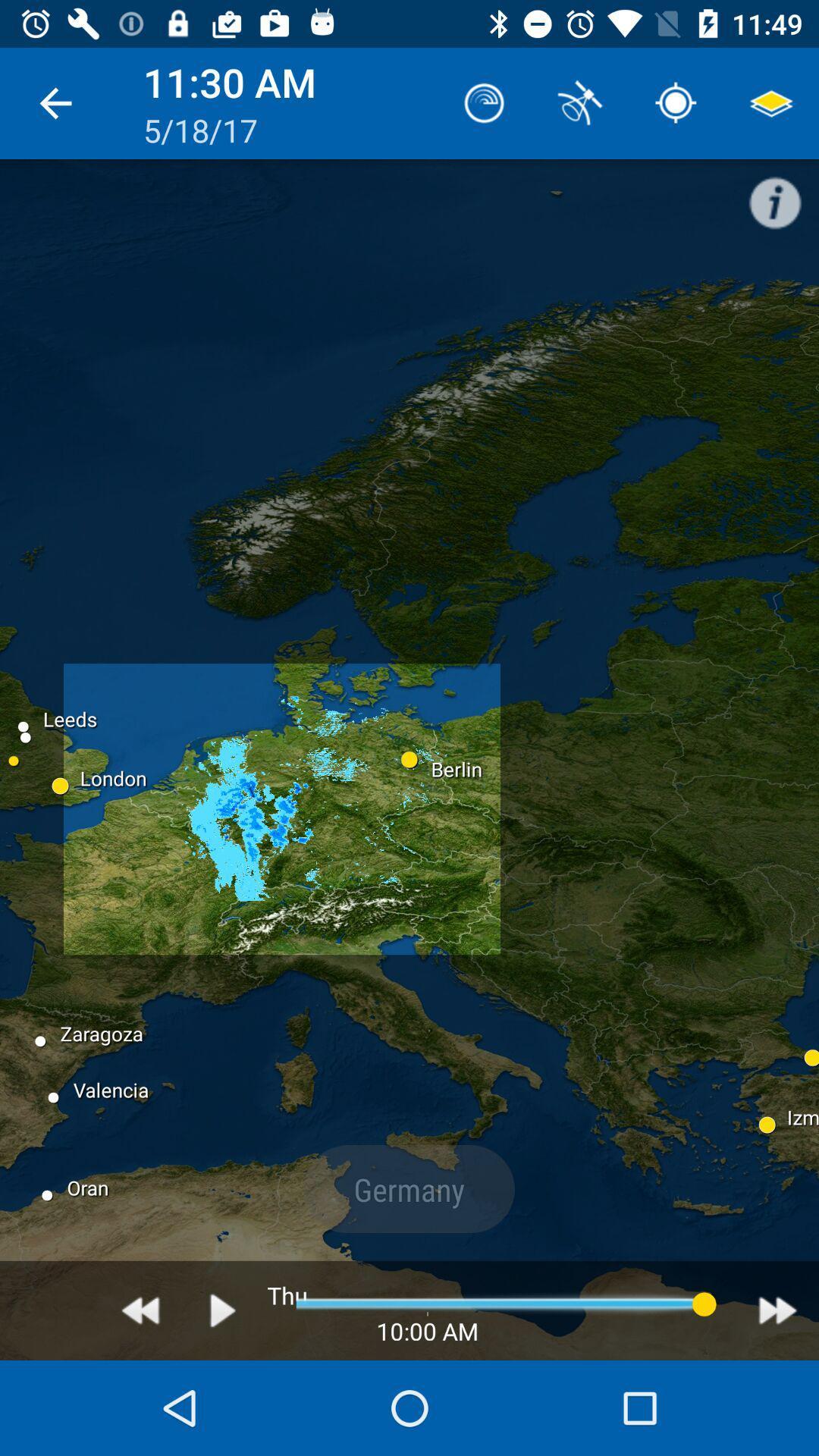  Describe the element at coordinates (485, 102) in the screenshot. I see `icon next to 11:30 am item` at that location.